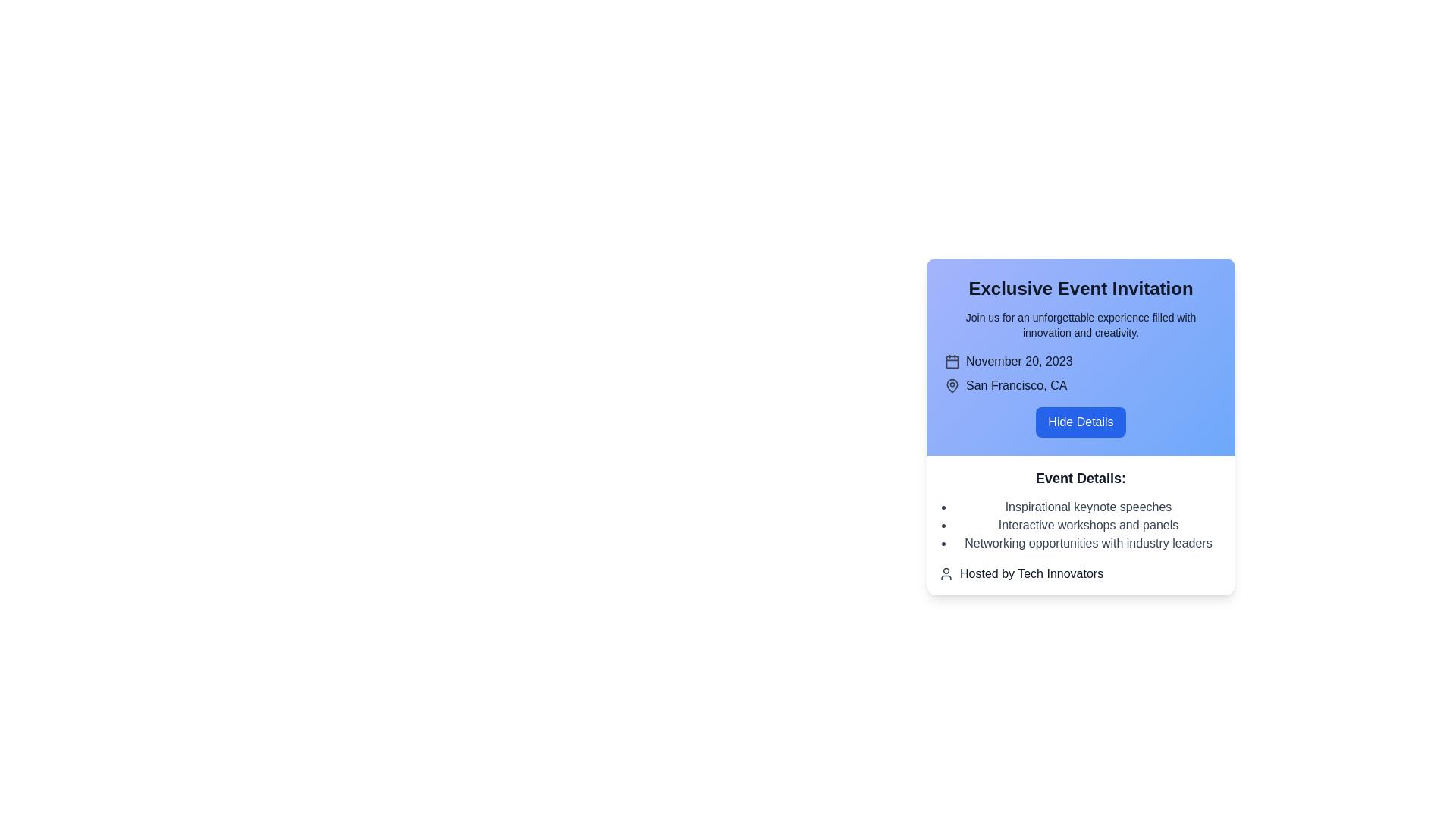 The image size is (1456, 819). I want to click on the central element of the stylized calendar icon within the SVG, which represents the day or date aspect, so click(952, 362).